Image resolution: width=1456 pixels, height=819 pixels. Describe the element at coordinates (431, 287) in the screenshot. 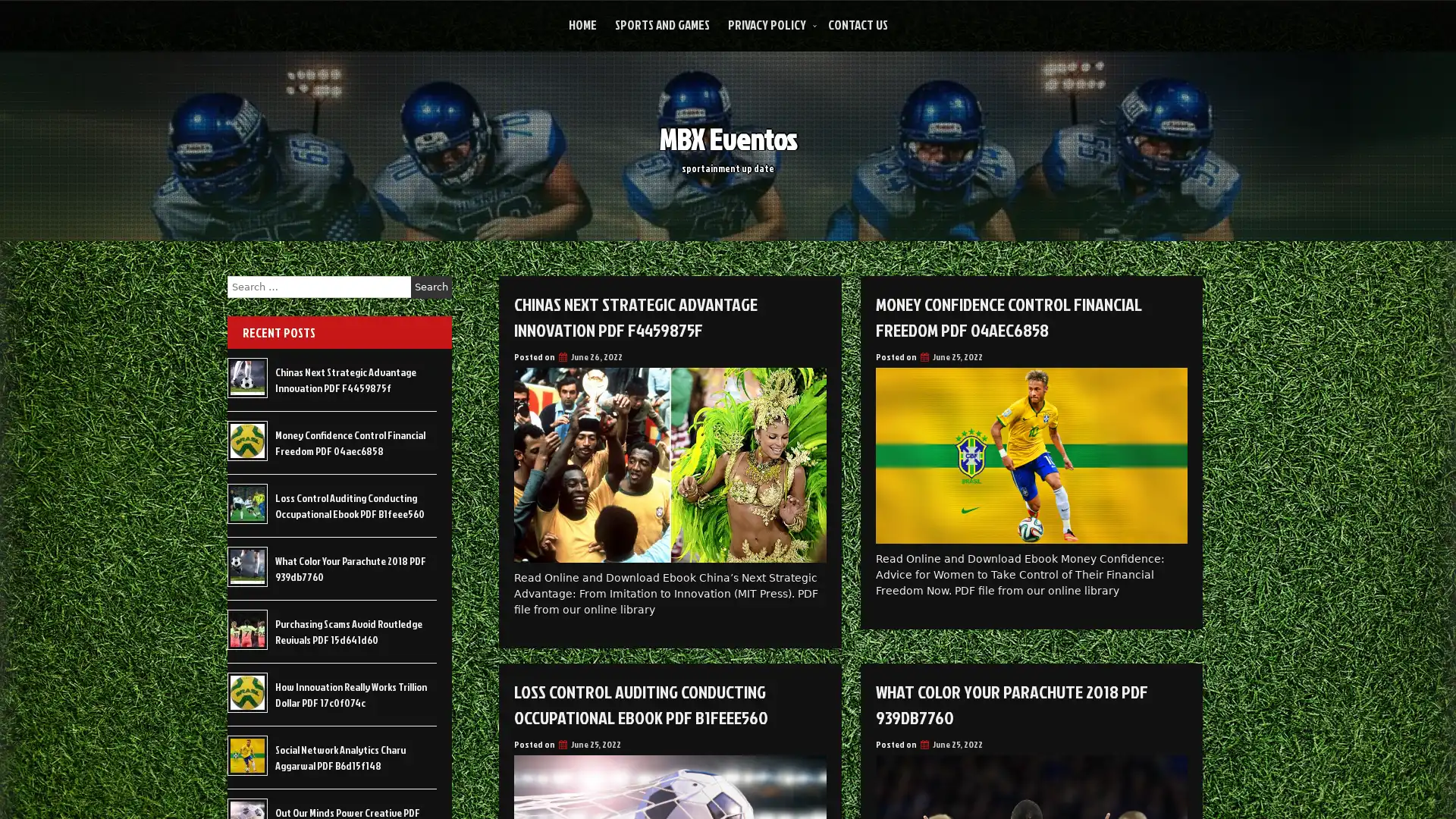

I see `Search` at that location.